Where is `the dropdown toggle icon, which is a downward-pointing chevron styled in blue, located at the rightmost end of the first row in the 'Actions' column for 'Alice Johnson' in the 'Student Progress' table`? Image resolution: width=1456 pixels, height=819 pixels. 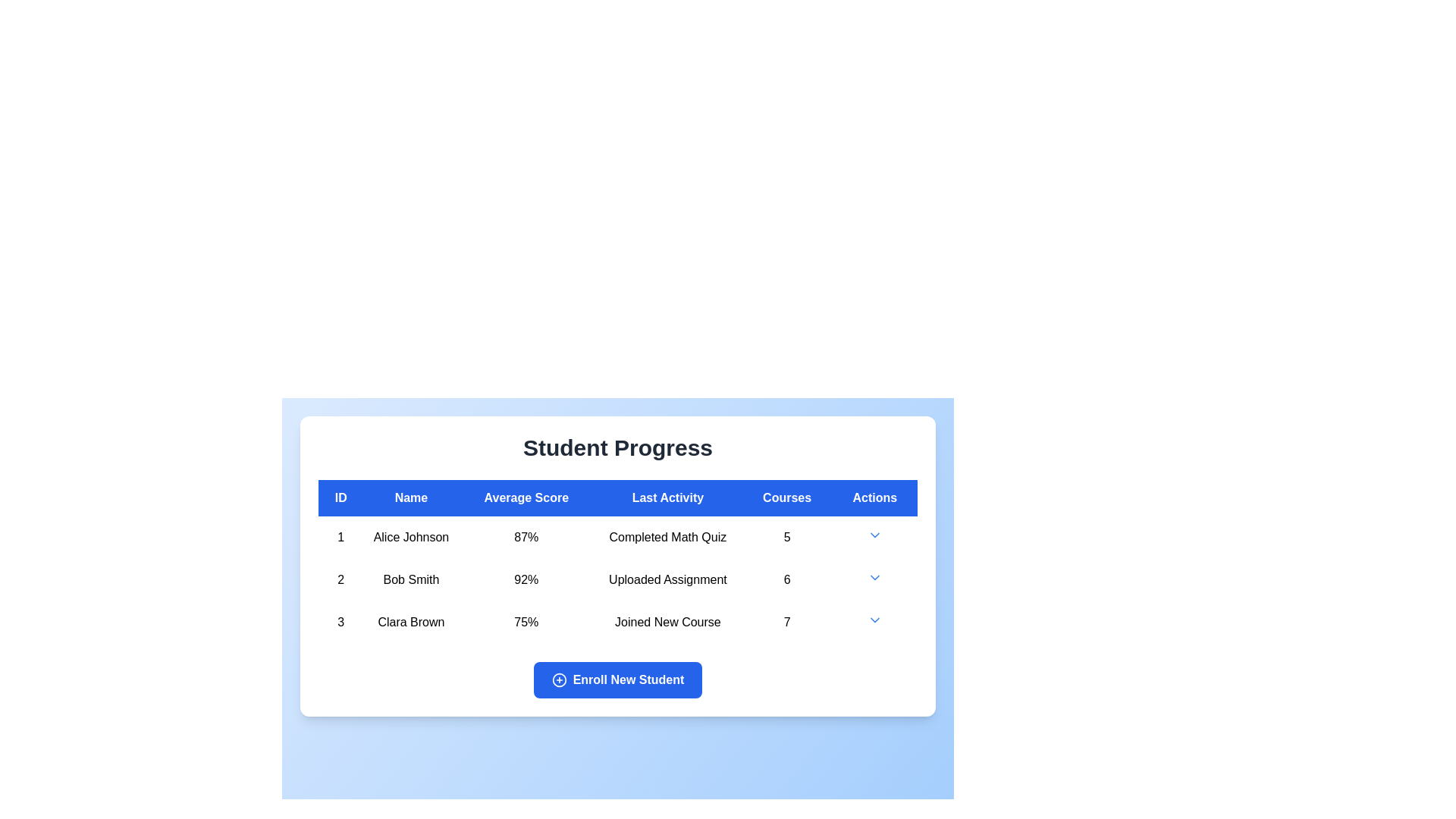
the dropdown toggle icon, which is a downward-pointing chevron styled in blue, located at the rightmost end of the first row in the 'Actions' column for 'Alice Johnson' in the 'Student Progress' table is located at coordinates (874, 534).